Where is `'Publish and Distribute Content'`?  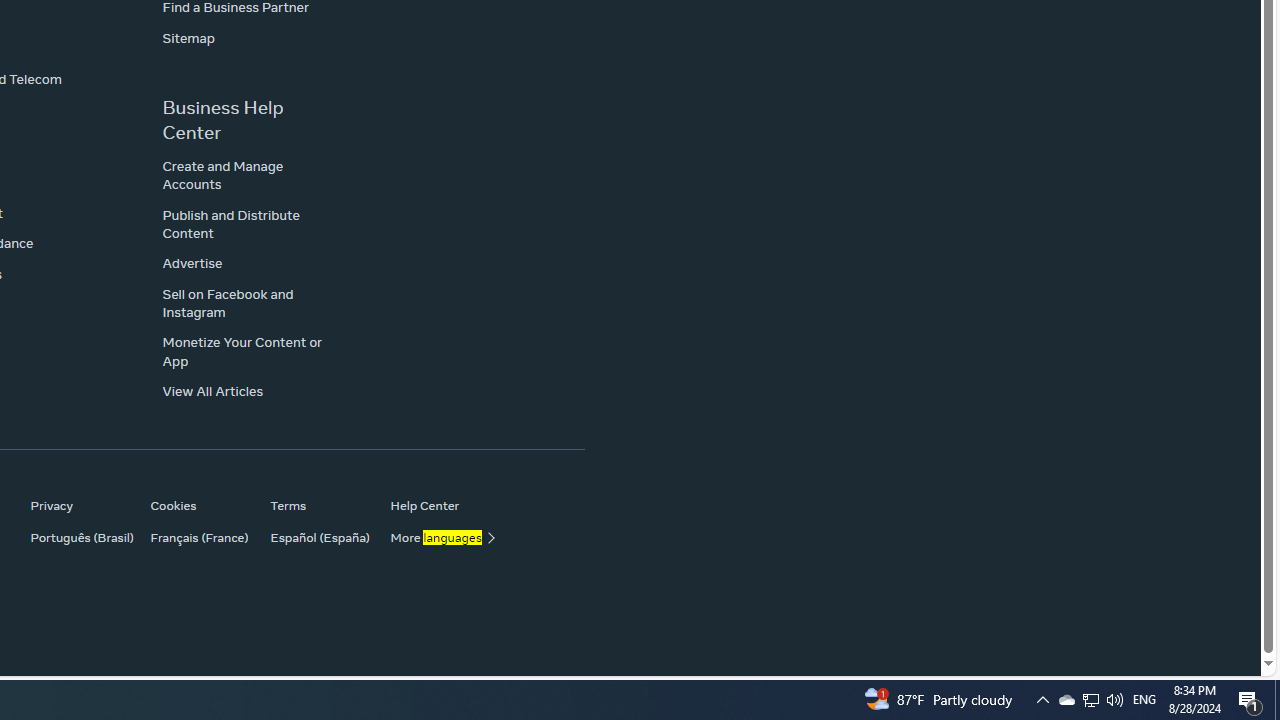
'Publish and Distribute Content' is located at coordinates (231, 223).